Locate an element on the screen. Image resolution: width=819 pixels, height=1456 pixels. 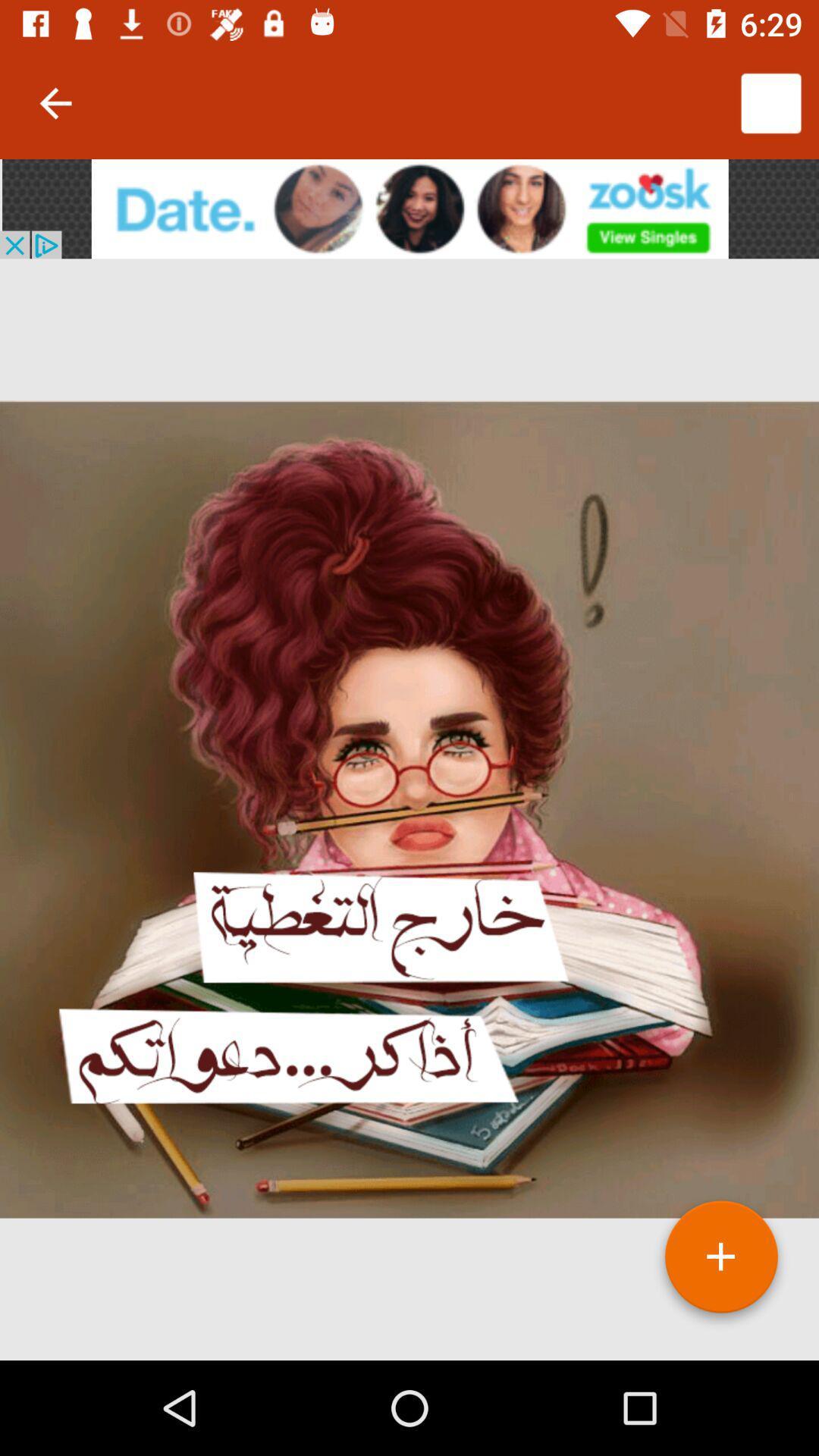
photo icon is located at coordinates (720, 1263).